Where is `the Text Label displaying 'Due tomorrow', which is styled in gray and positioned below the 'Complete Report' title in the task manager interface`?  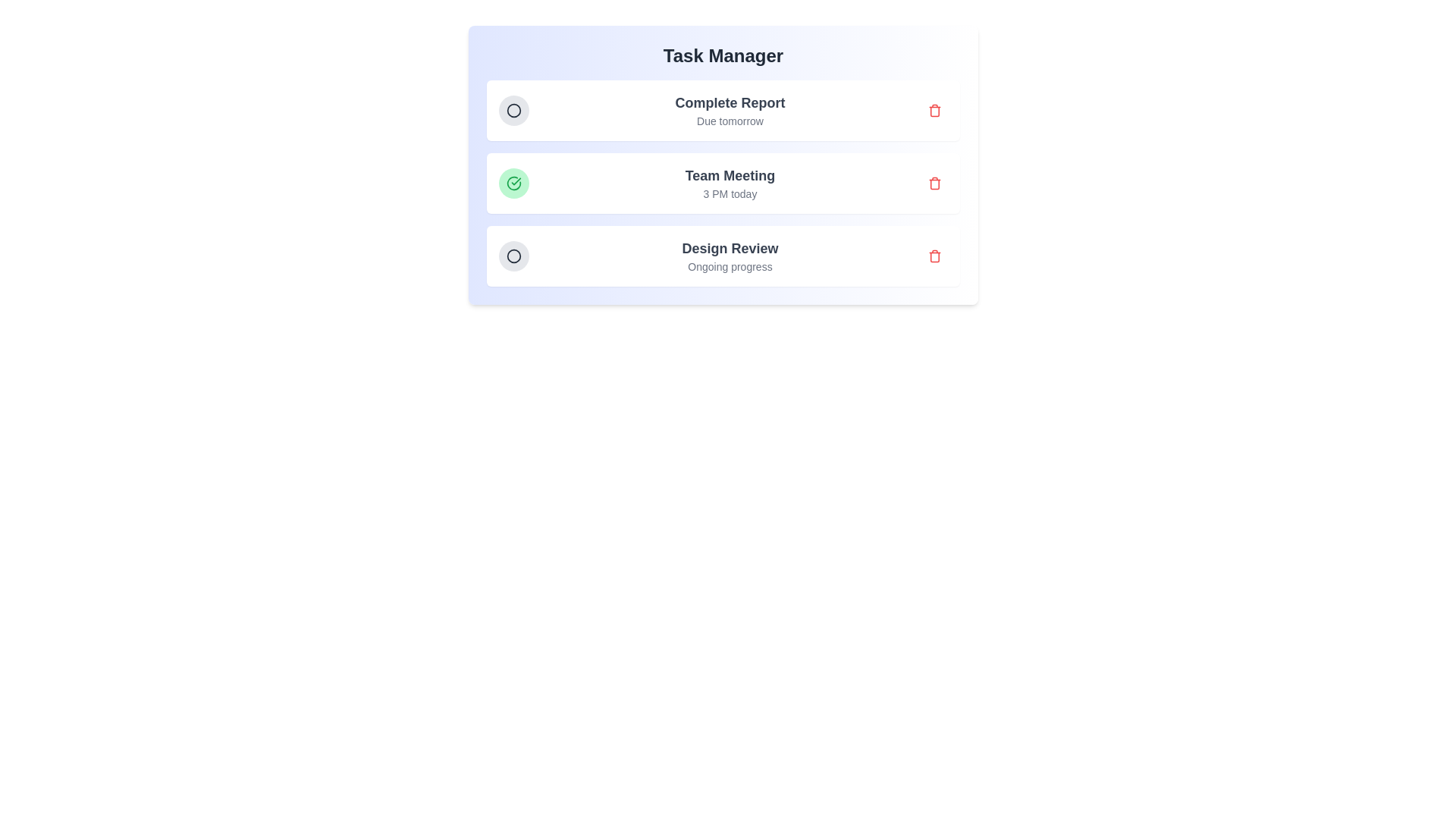
the Text Label displaying 'Due tomorrow', which is styled in gray and positioned below the 'Complete Report' title in the task manager interface is located at coordinates (730, 120).